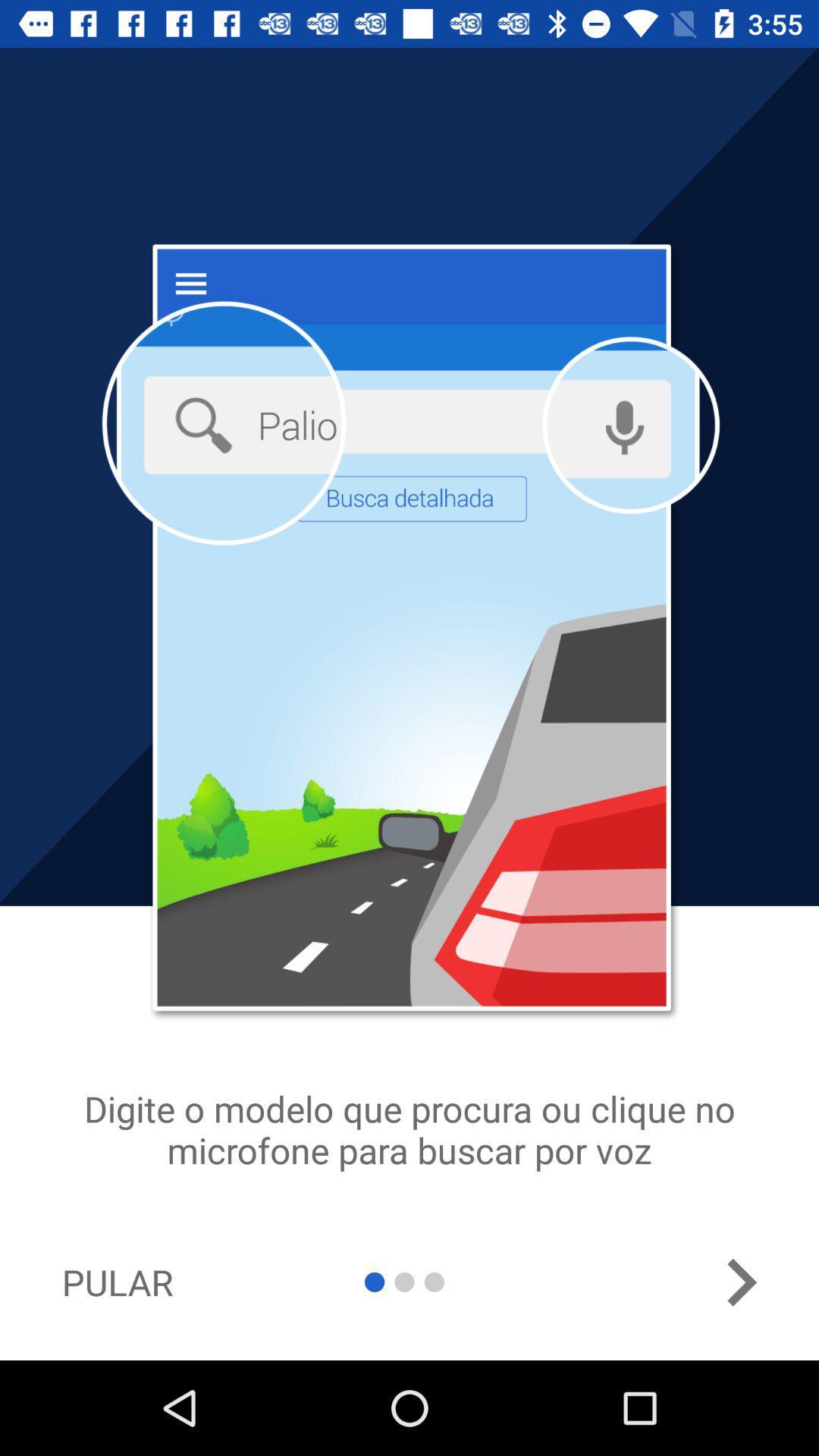 The height and width of the screenshot is (1456, 819). What do you see at coordinates (740, 1282) in the screenshot?
I see `next screen` at bounding box center [740, 1282].